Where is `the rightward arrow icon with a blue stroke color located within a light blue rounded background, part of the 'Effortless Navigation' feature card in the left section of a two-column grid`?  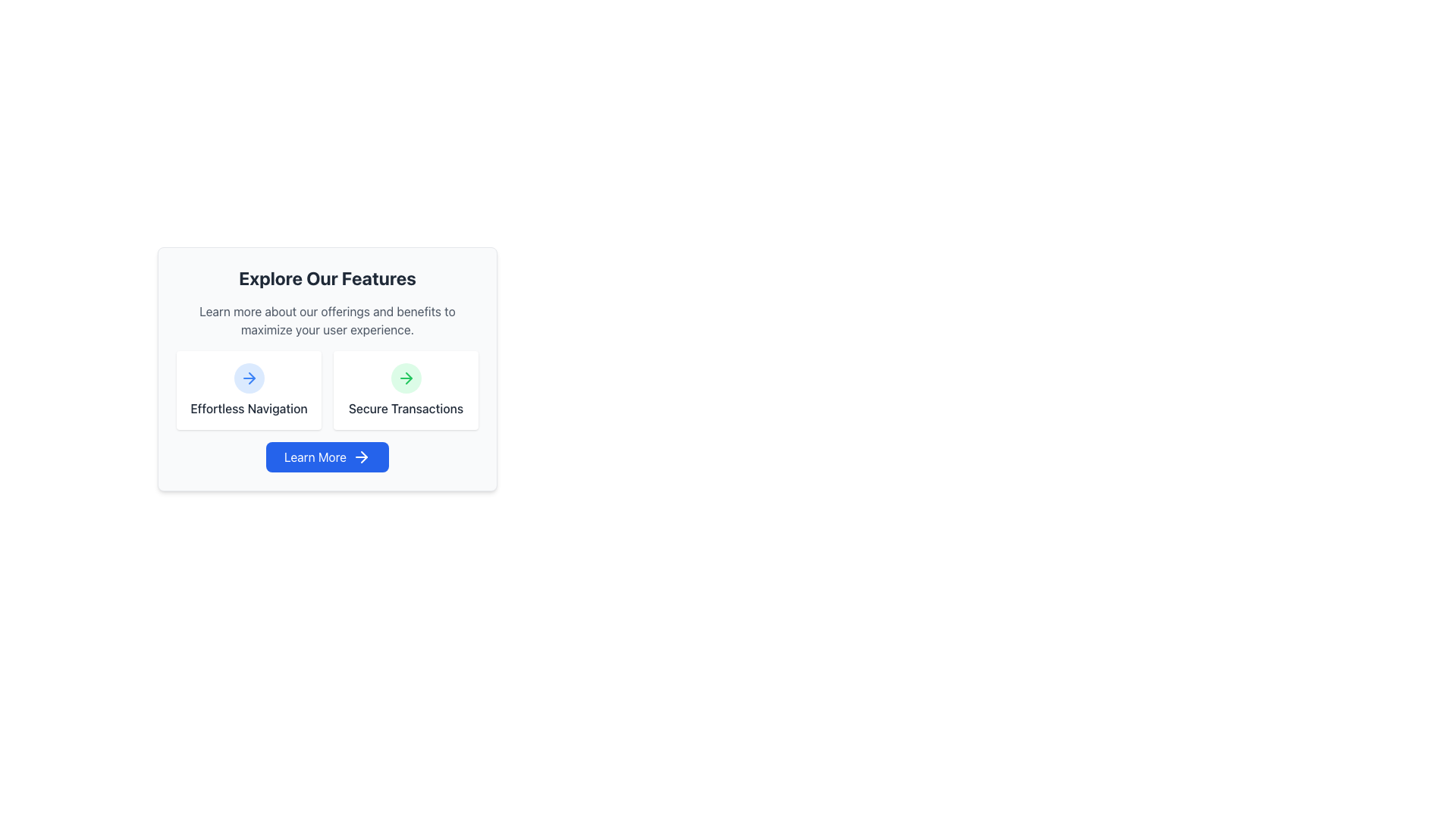 the rightward arrow icon with a blue stroke color located within a light blue rounded background, part of the 'Effortless Navigation' feature card in the left section of a two-column grid is located at coordinates (249, 377).